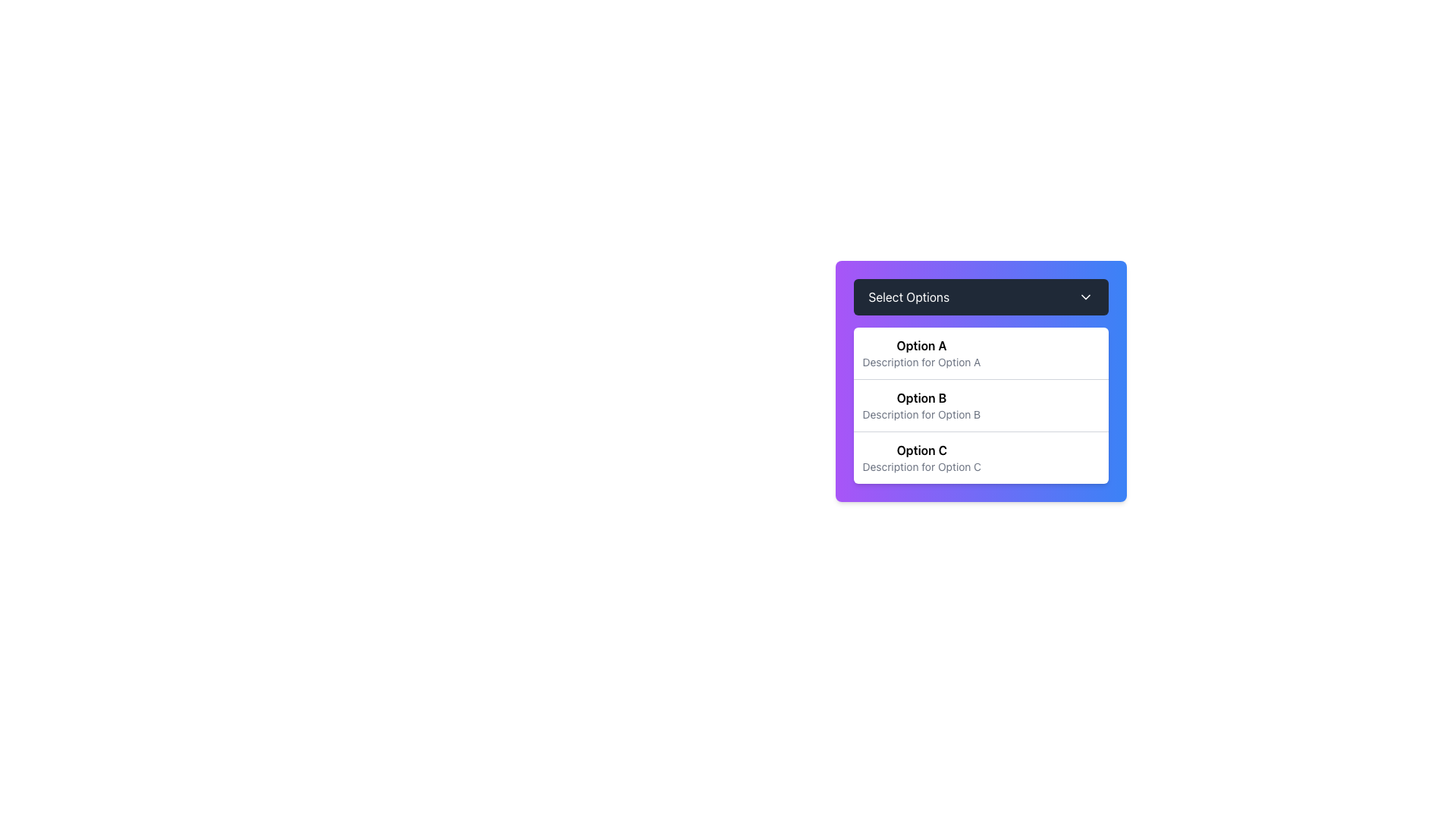 The width and height of the screenshot is (1456, 819). I want to click on the dropdown entry labeled 'Option A', so click(921, 353).